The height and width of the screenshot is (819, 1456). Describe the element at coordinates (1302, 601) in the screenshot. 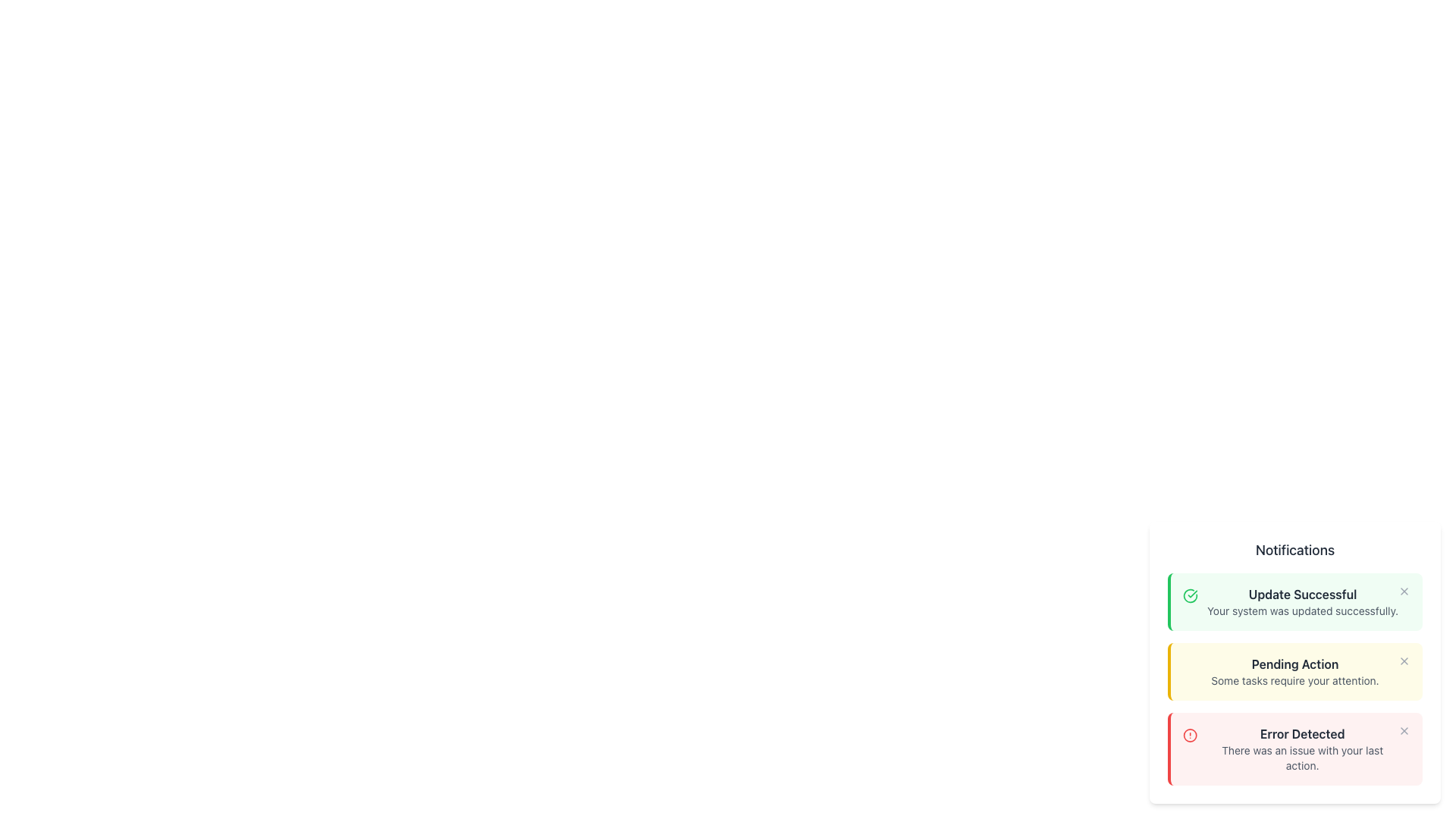

I see `the success notification text block located at the top of the vertically stacked list on the right-hand side of the interface, which indicates that the system has been updated successfully` at that location.